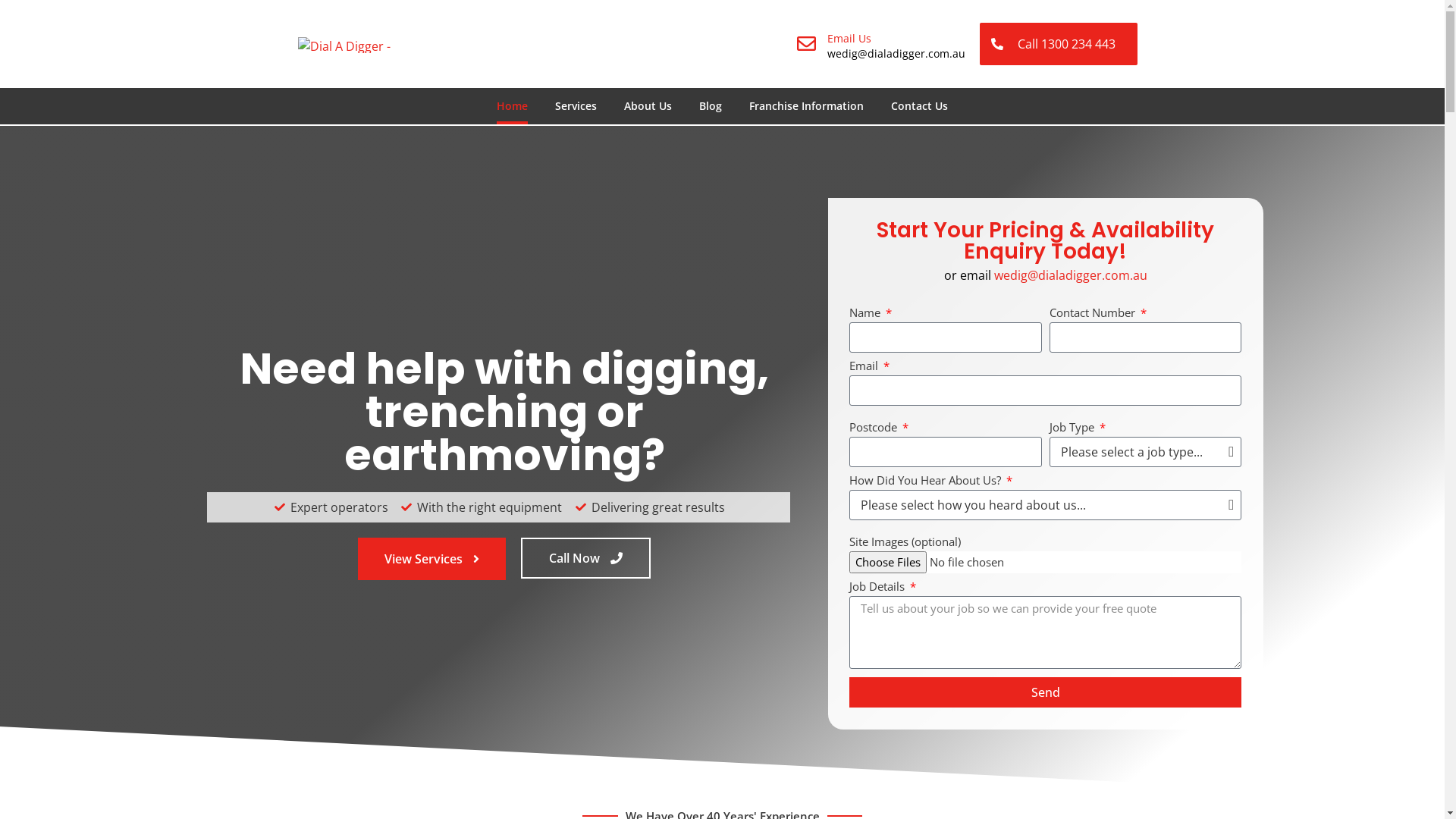 Image resolution: width=1456 pixels, height=819 pixels. What do you see at coordinates (848, 37) in the screenshot?
I see `'Email Us'` at bounding box center [848, 37].